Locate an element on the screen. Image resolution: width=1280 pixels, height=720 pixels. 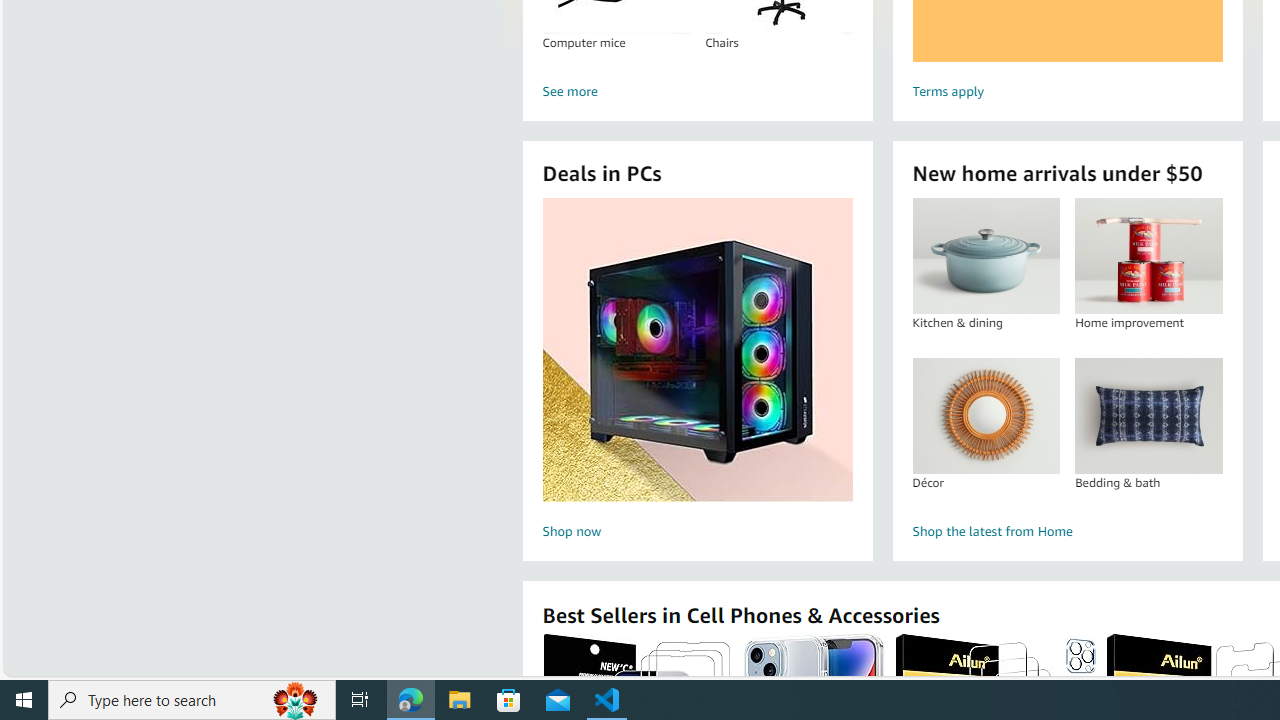
'Bedding & bath' is located at coordinates (1148, 414).